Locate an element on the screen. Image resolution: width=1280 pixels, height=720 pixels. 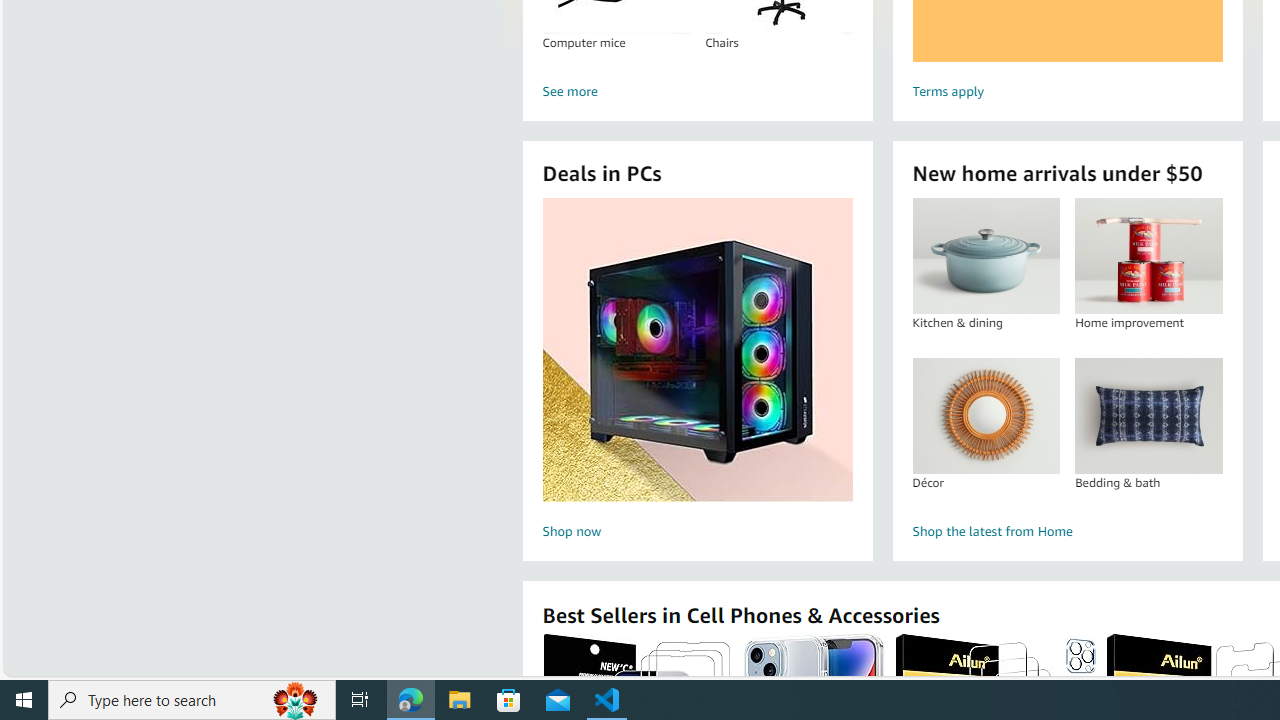
'Bedding & bath' is located at coordinates (1148, 414).